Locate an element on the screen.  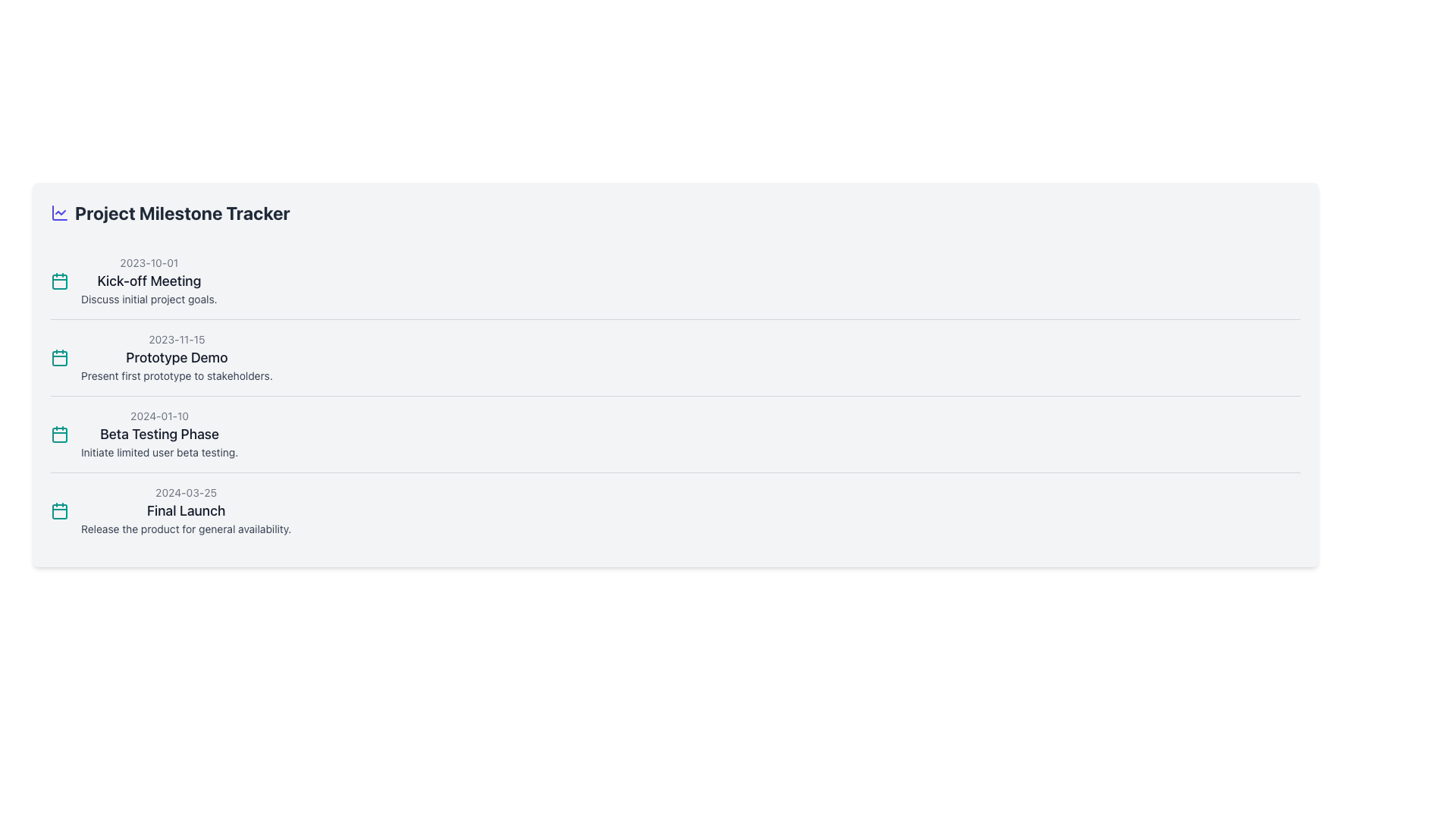
the text label displaying 'Initiate limited user beta testing.' located below the 'Beta Testing Phase' heading and above the milestone labeled '2024-01-10' is located at coordinates (159, 452).